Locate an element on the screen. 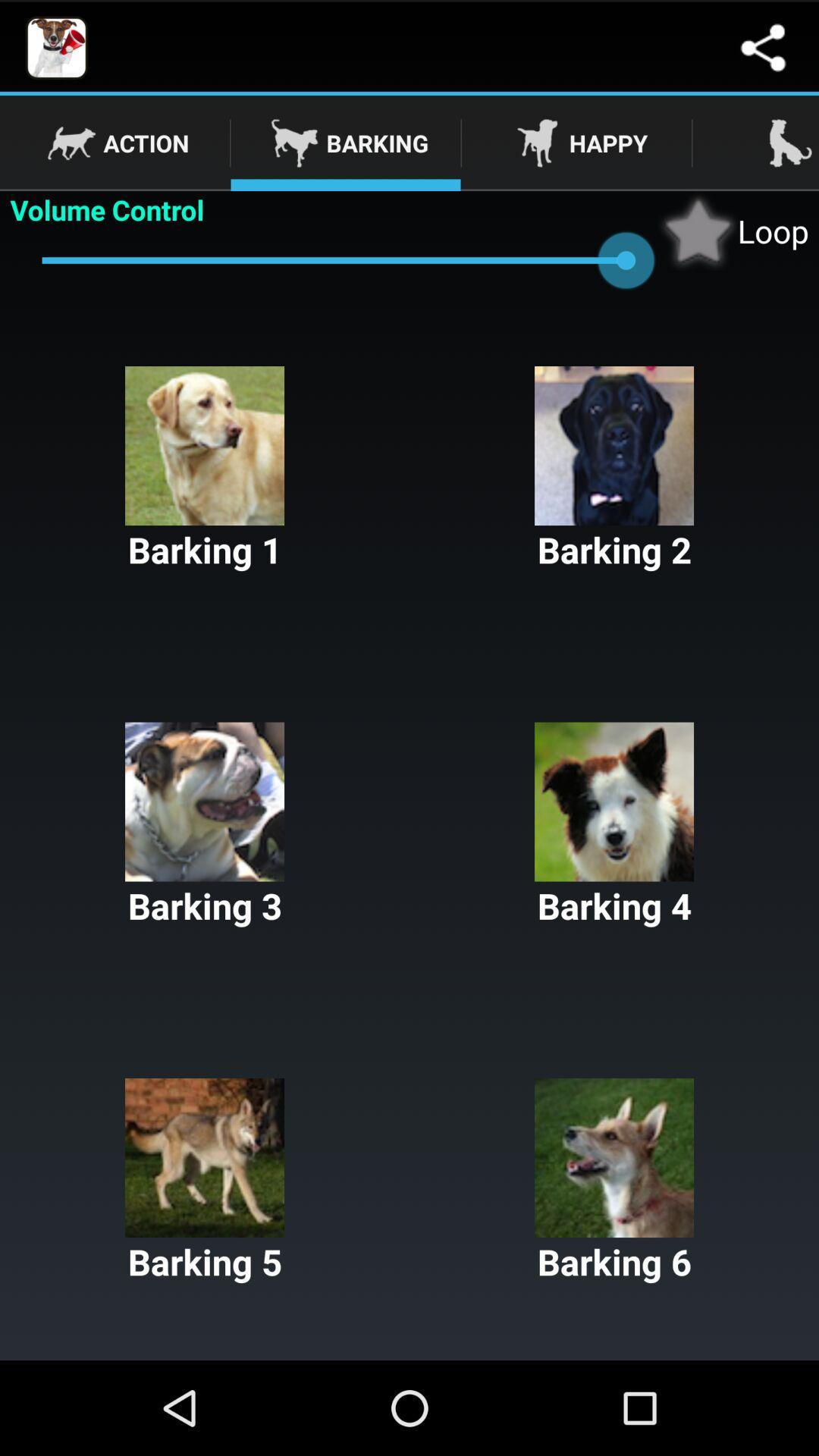  the icon to the right of barking 1 button is located at coordinates (614, 469).